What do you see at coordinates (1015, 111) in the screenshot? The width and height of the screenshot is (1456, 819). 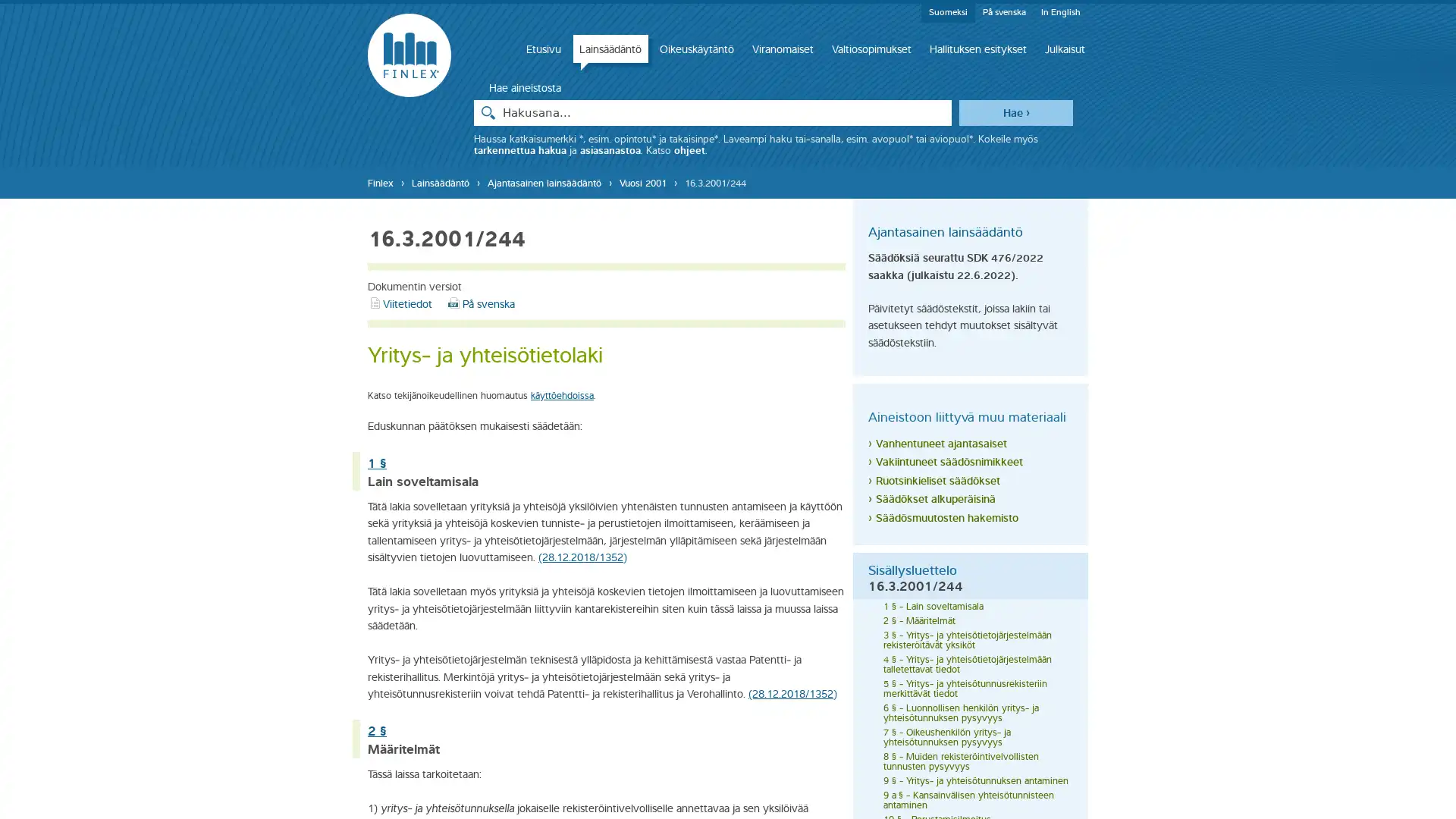 I see `Hae` at bounding box center [1015, 111].